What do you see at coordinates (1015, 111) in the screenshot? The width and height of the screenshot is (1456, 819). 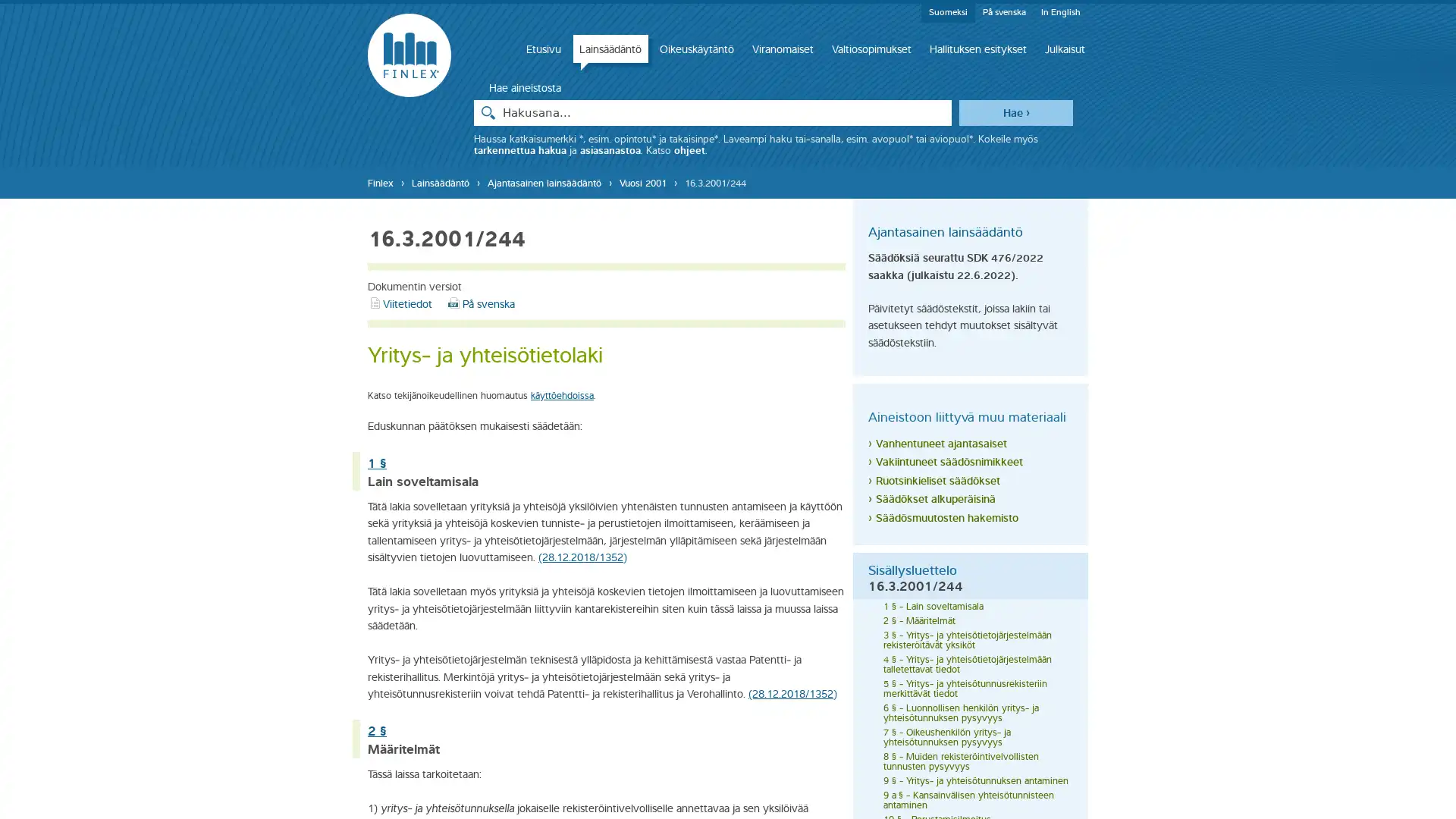 I see `Hae` at bounding box center [1015, 111].